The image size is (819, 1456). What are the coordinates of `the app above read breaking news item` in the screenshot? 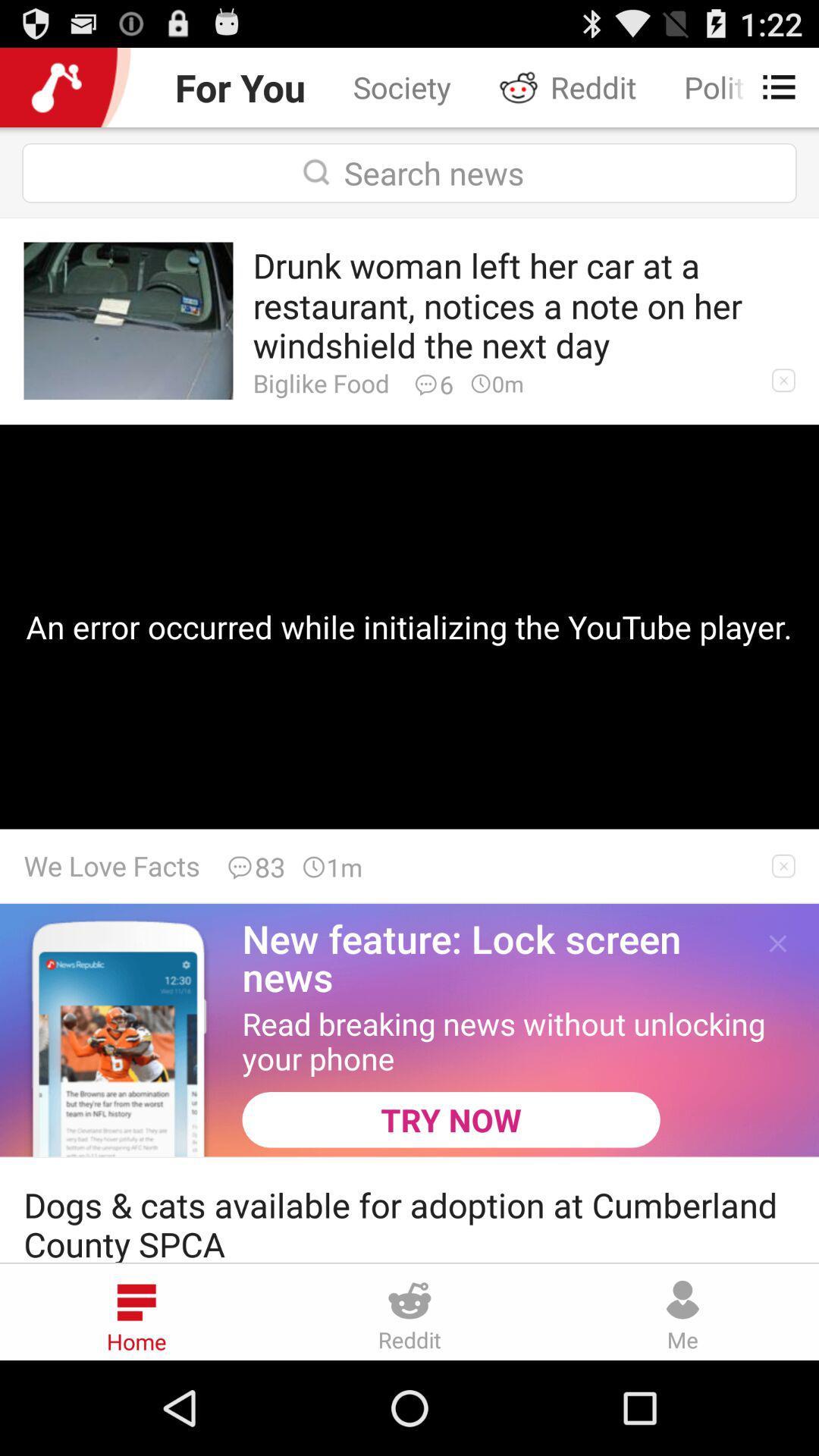 It's located at (778, 943).